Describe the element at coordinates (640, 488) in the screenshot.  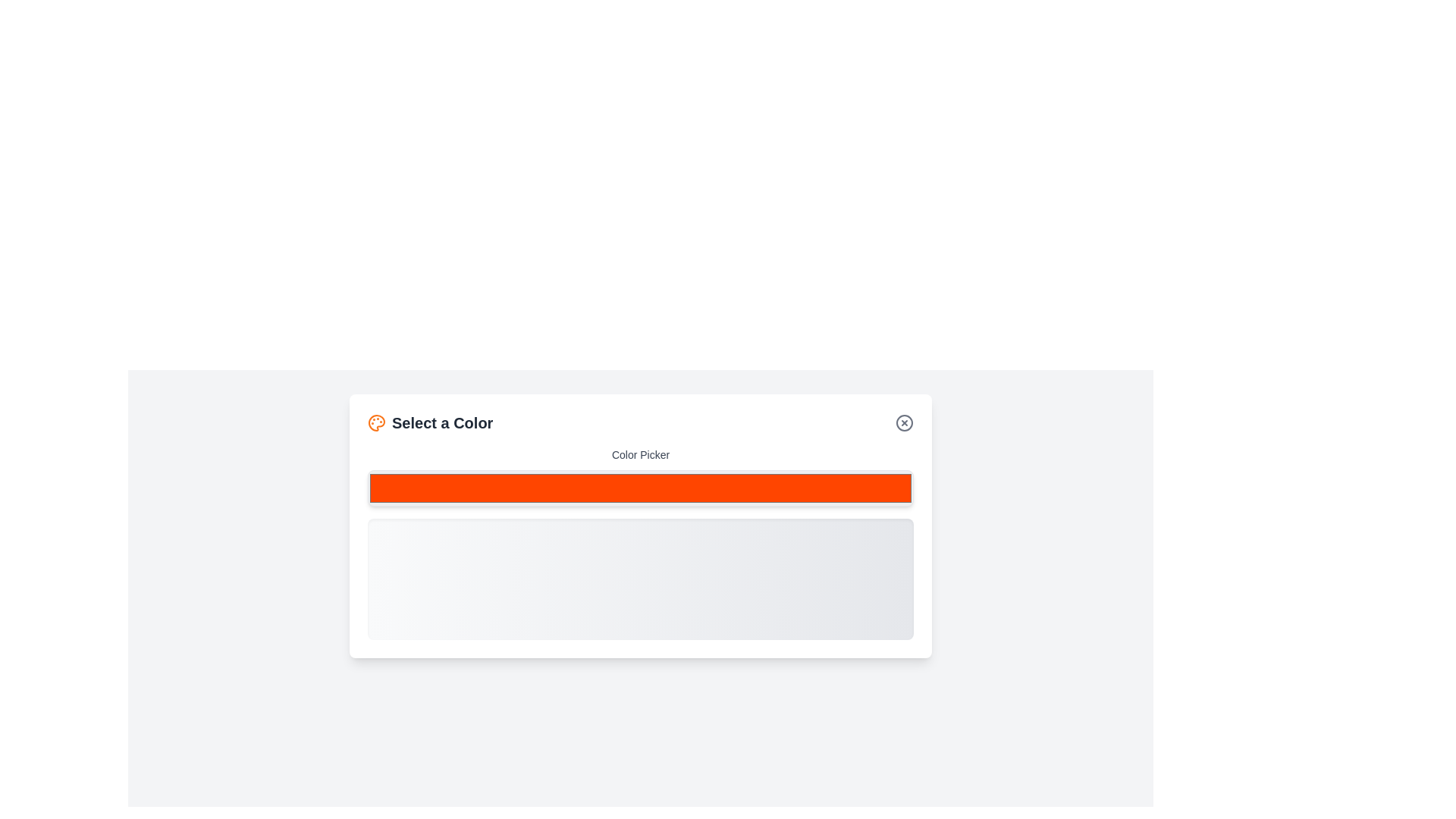
I see `the desired color 7466975 using the picker` at that location.